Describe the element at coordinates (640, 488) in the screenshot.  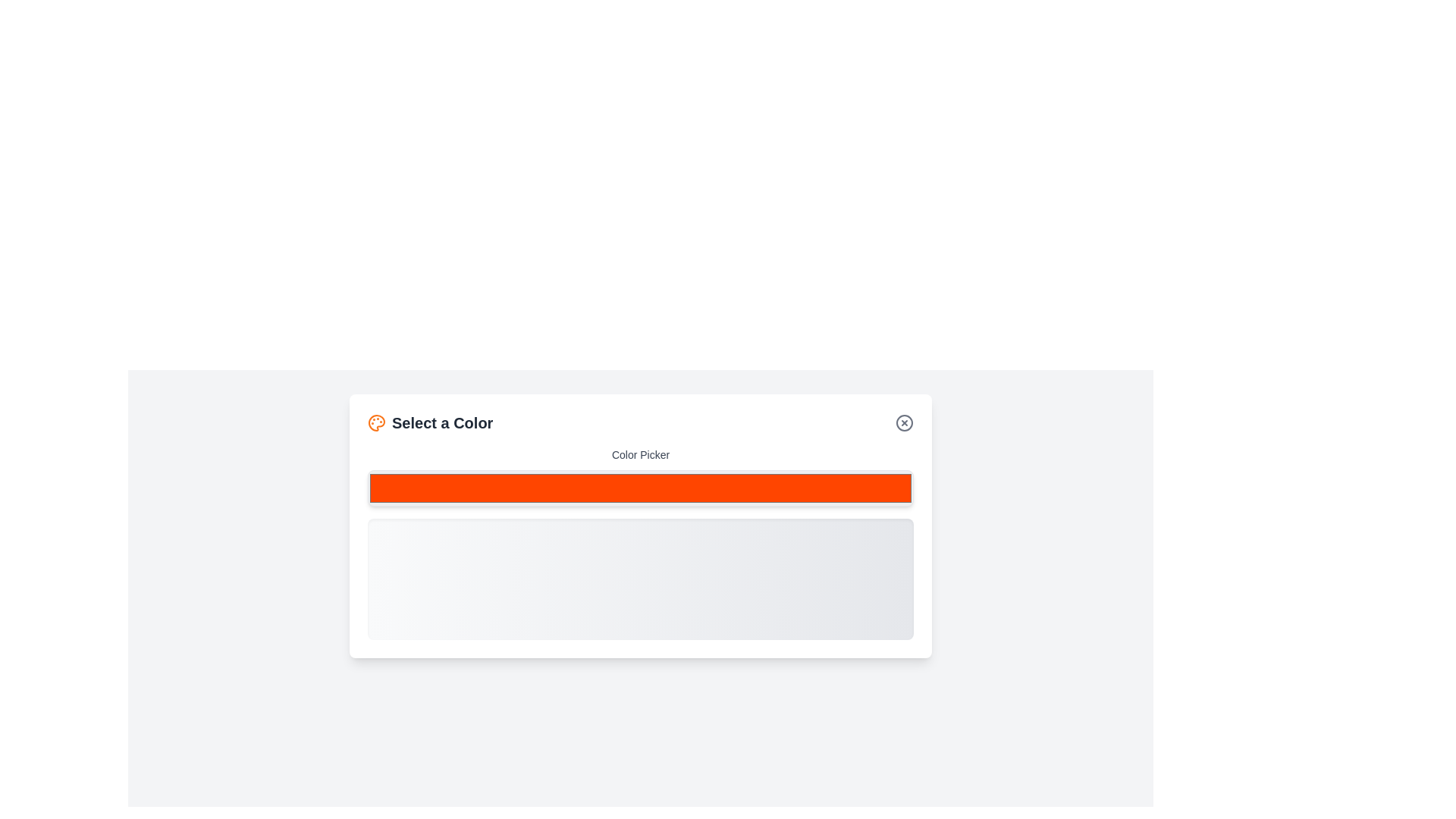
I see `the desired color 7466975 using the picker` at that location.